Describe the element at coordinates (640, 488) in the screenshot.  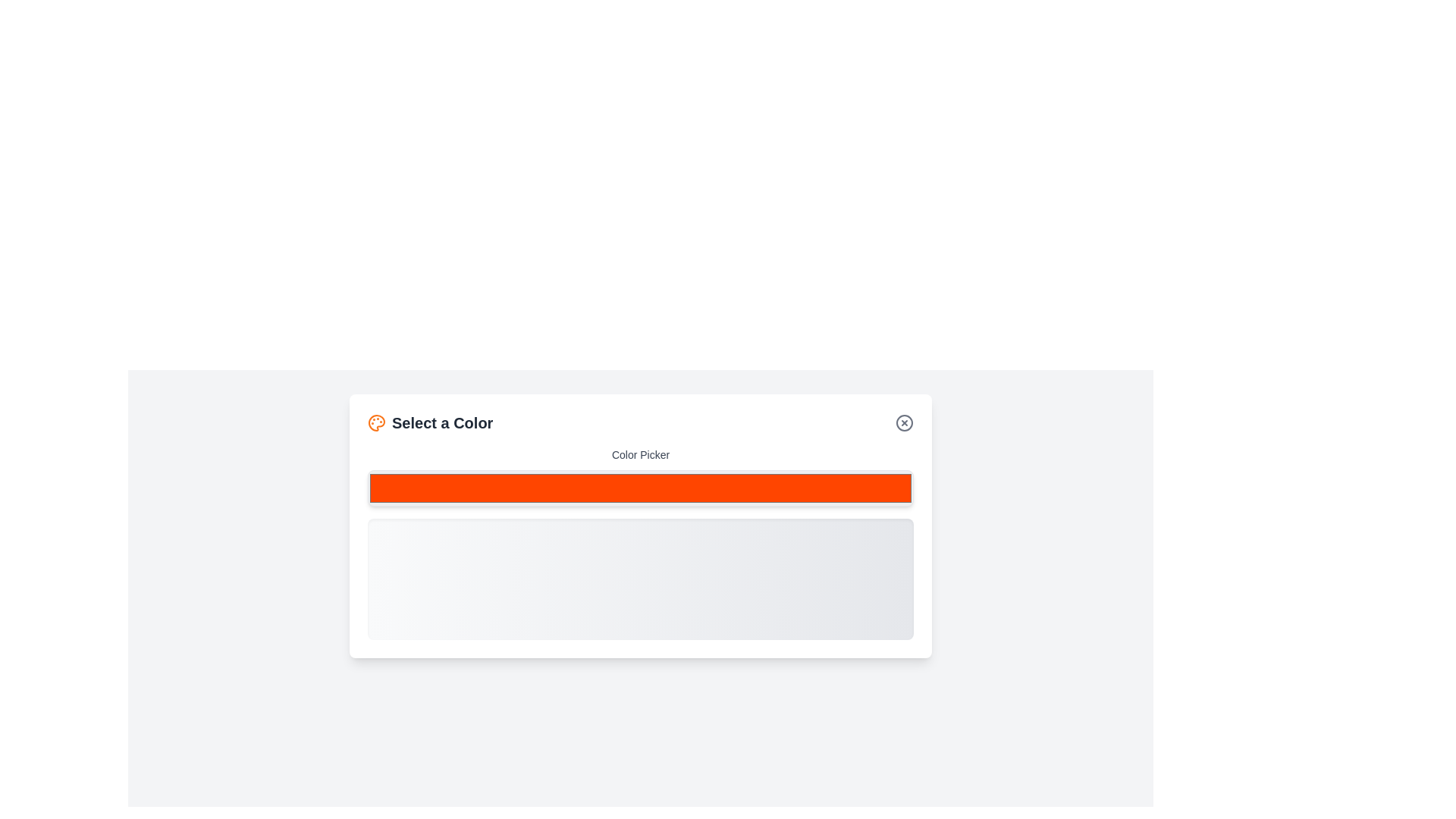
I see `the desired color 7466975 using the picker` at that location.